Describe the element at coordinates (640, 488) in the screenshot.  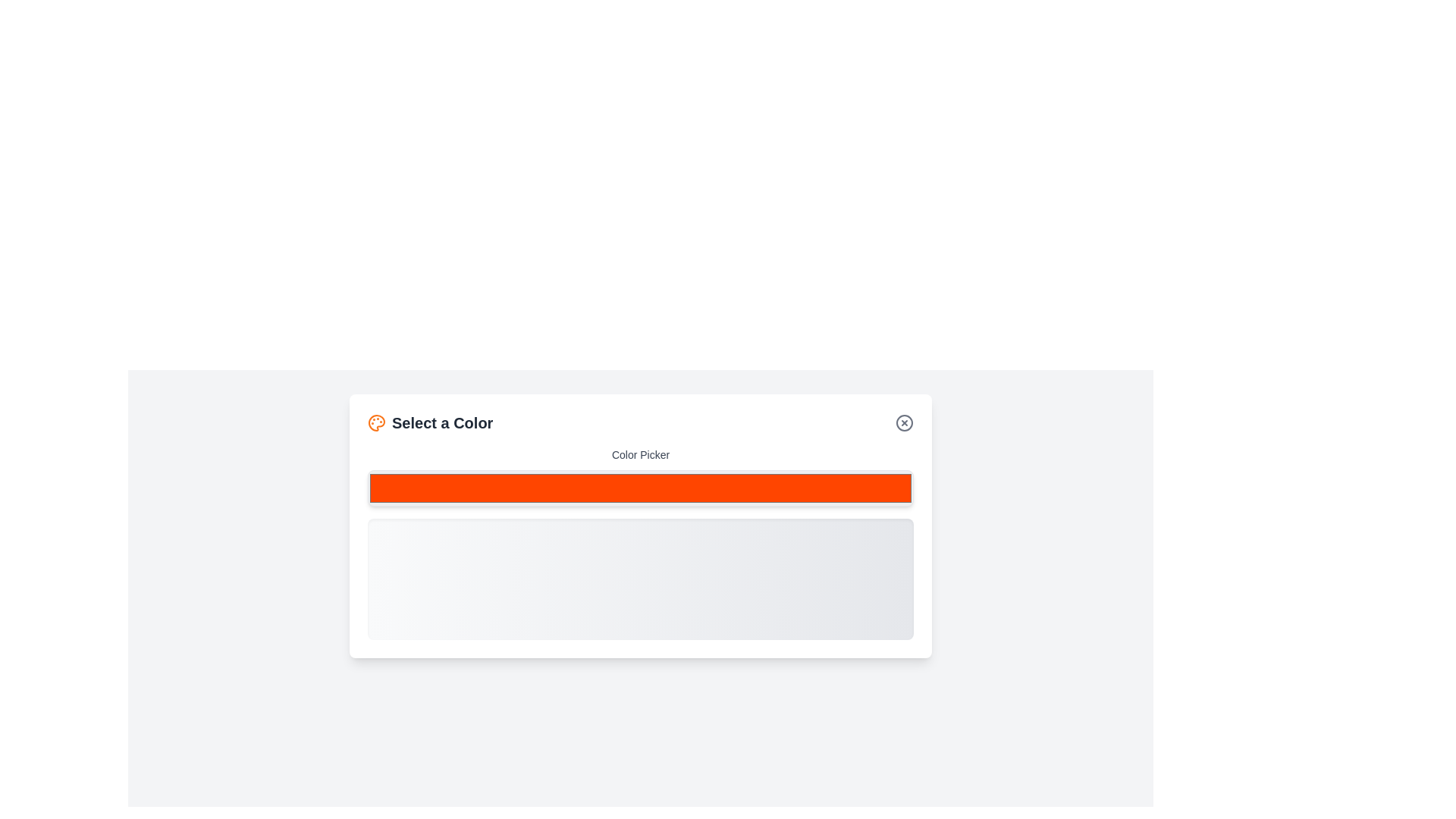
I see `the desired color 7466975 using the picker` at that location.